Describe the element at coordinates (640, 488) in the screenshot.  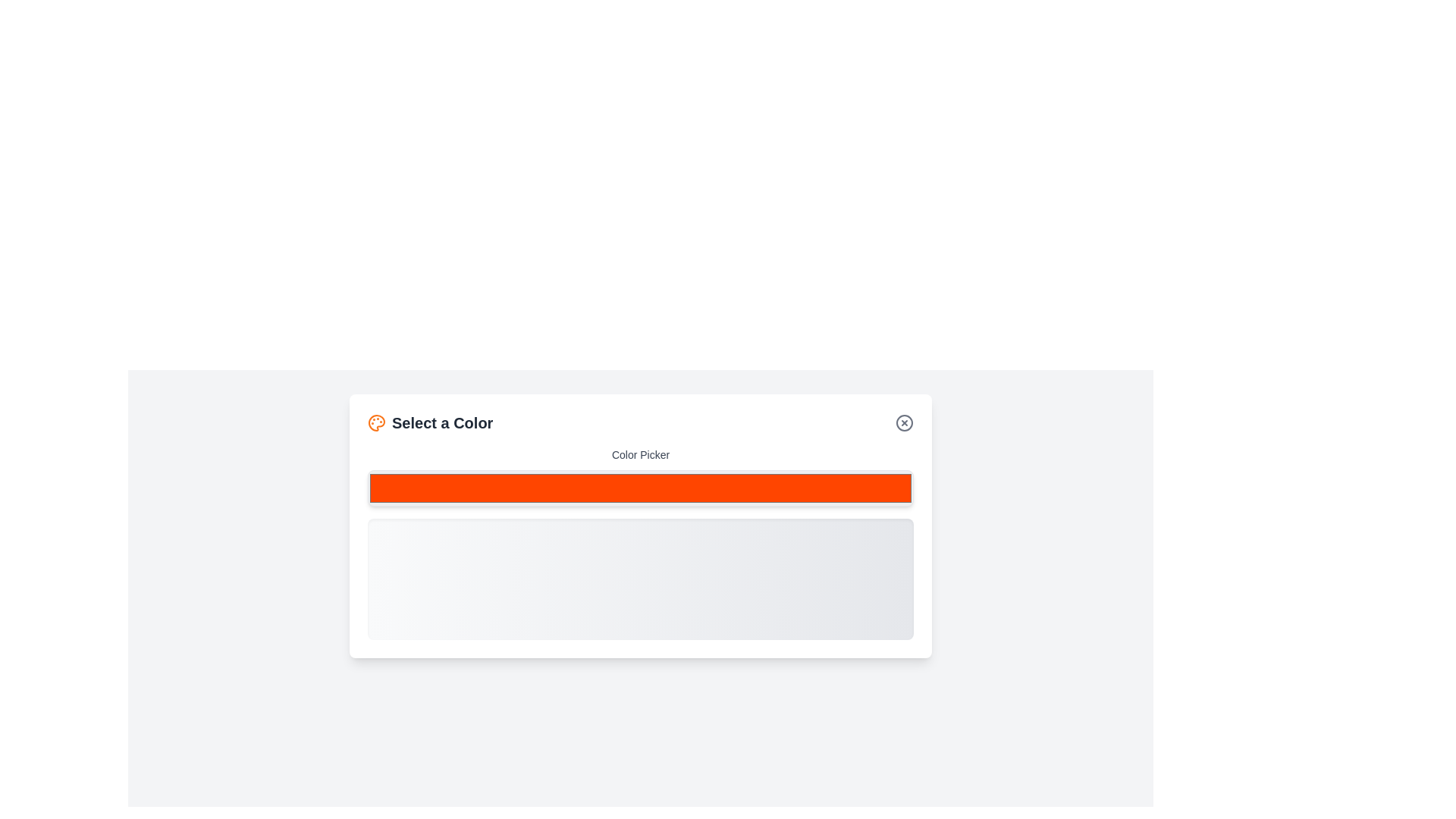
I see `the desired color 7466975 using the picker` at that location.